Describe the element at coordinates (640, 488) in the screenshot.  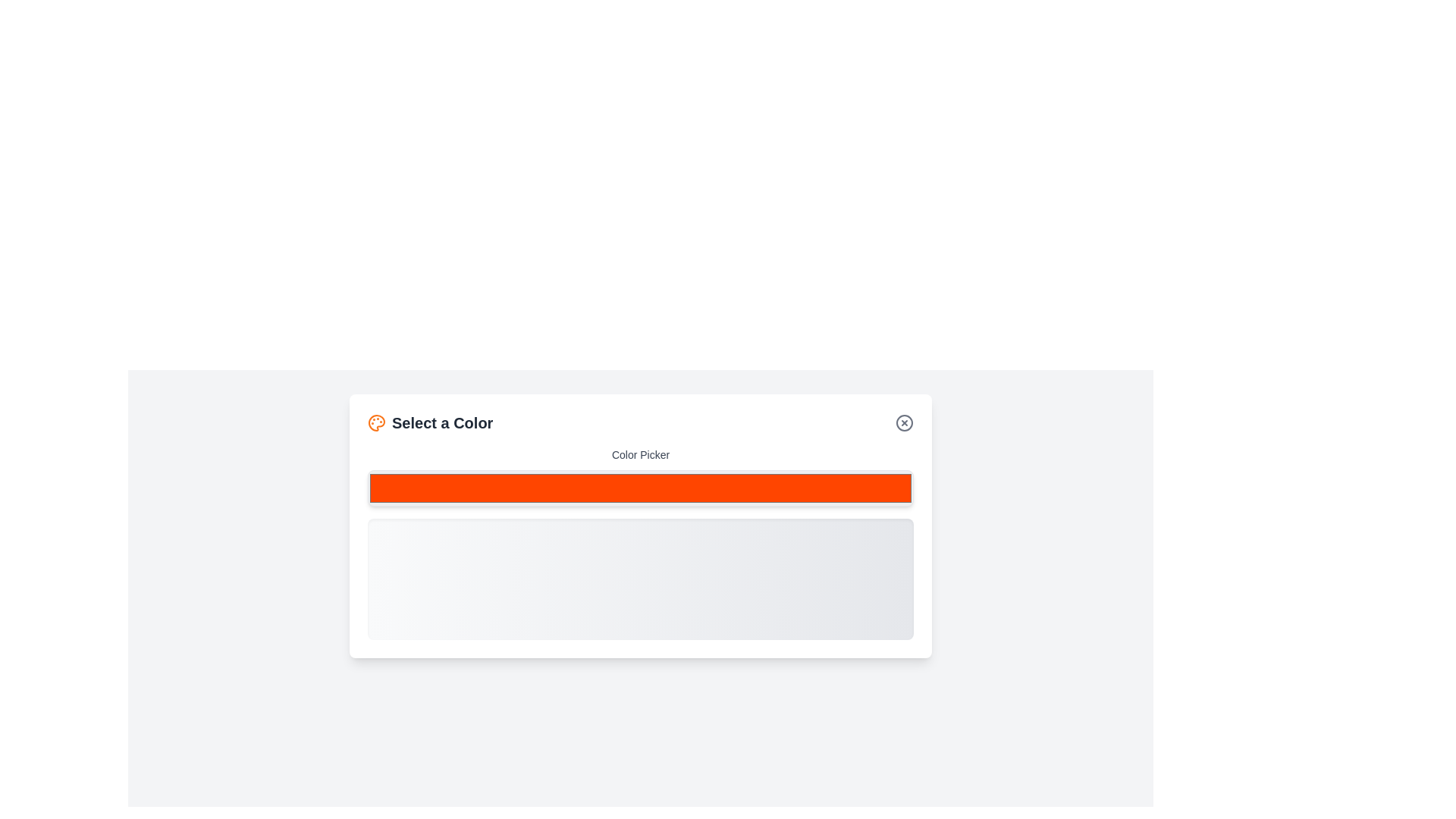
I see `the desired color 7466975 using the picker` at that location.